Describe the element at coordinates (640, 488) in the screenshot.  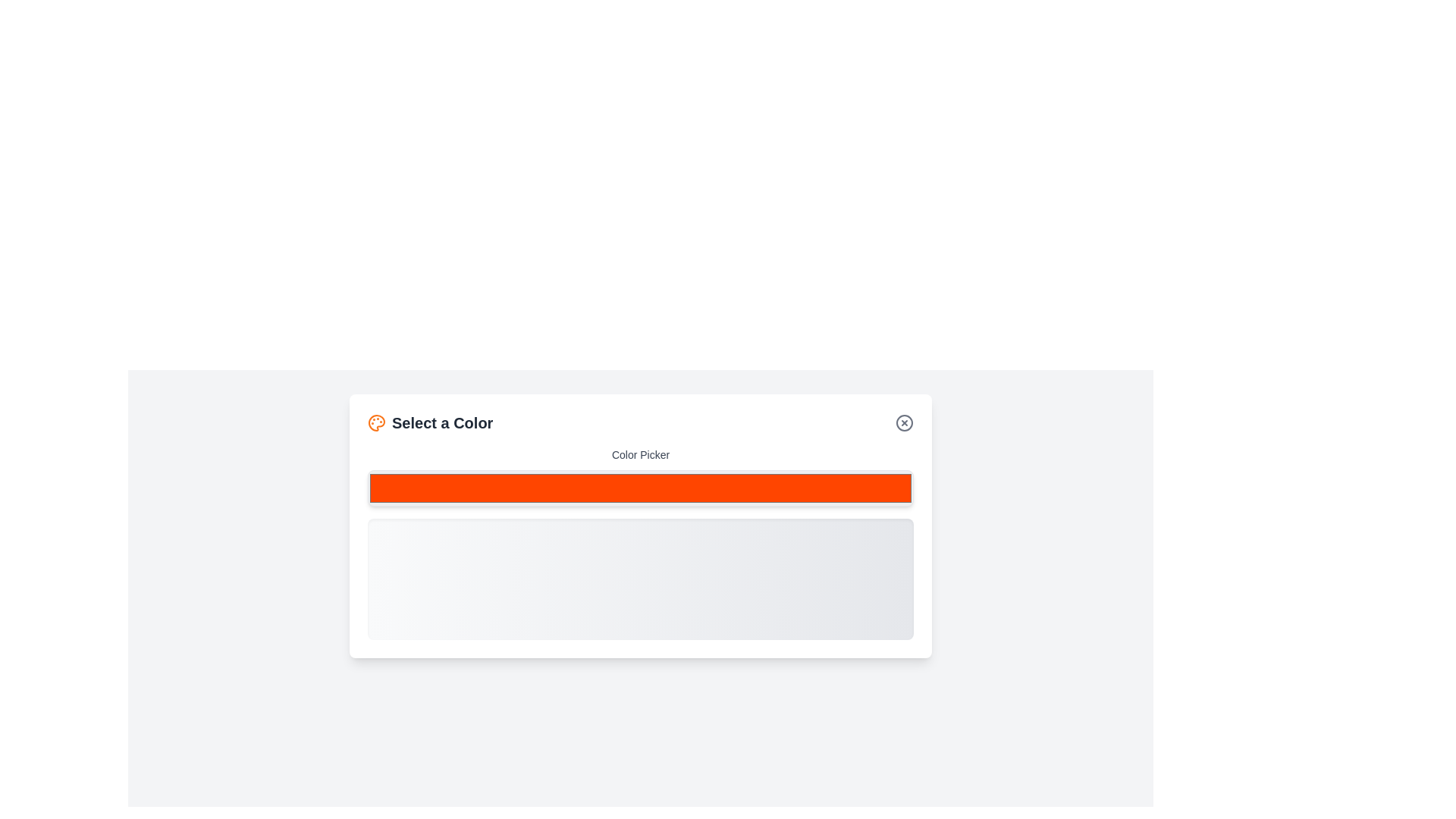
I see `the desired color 7466975 using the picker` at that location.